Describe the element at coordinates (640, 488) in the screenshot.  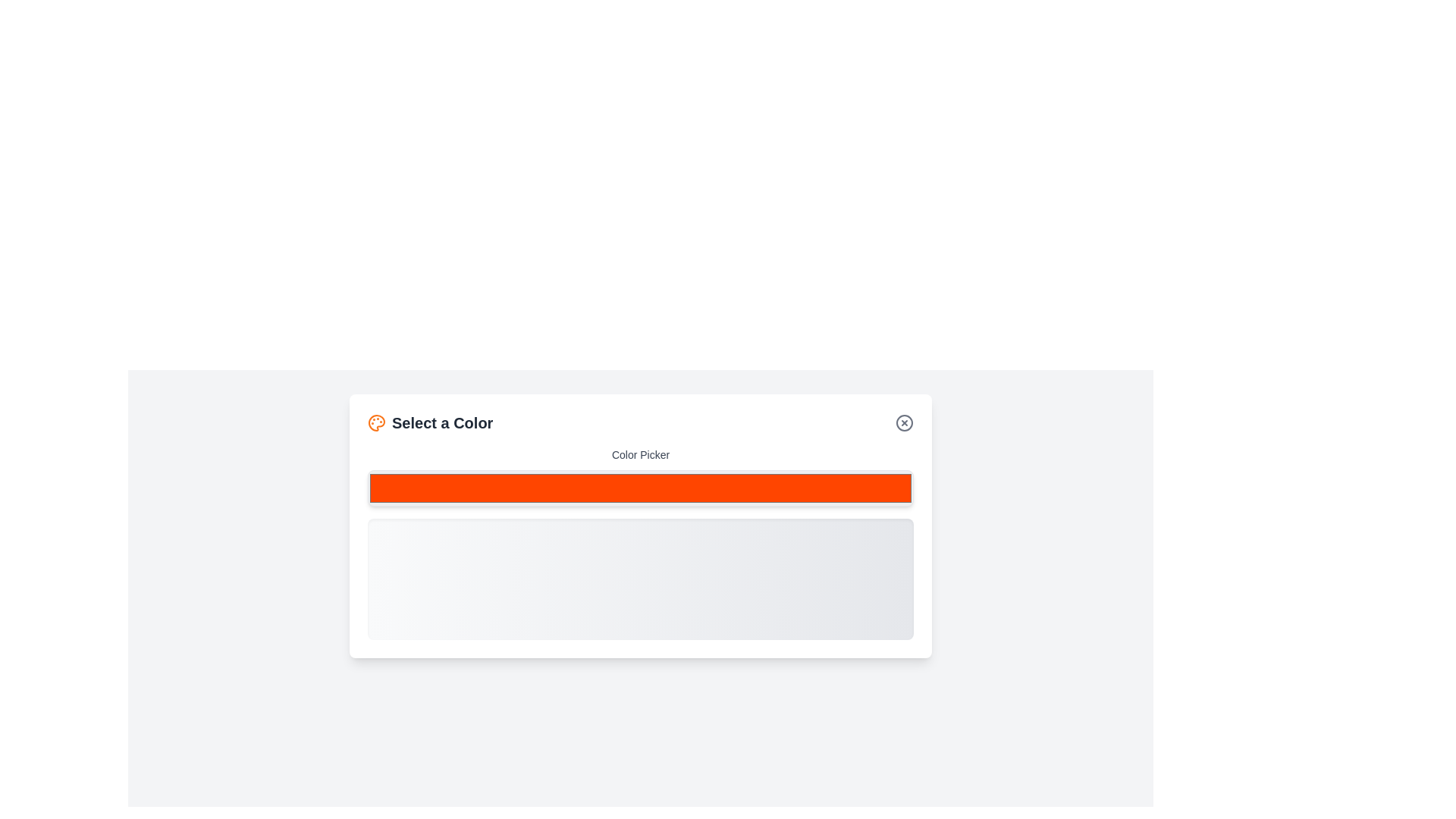
I see `the desired color 7466975 using the picker` at that location.